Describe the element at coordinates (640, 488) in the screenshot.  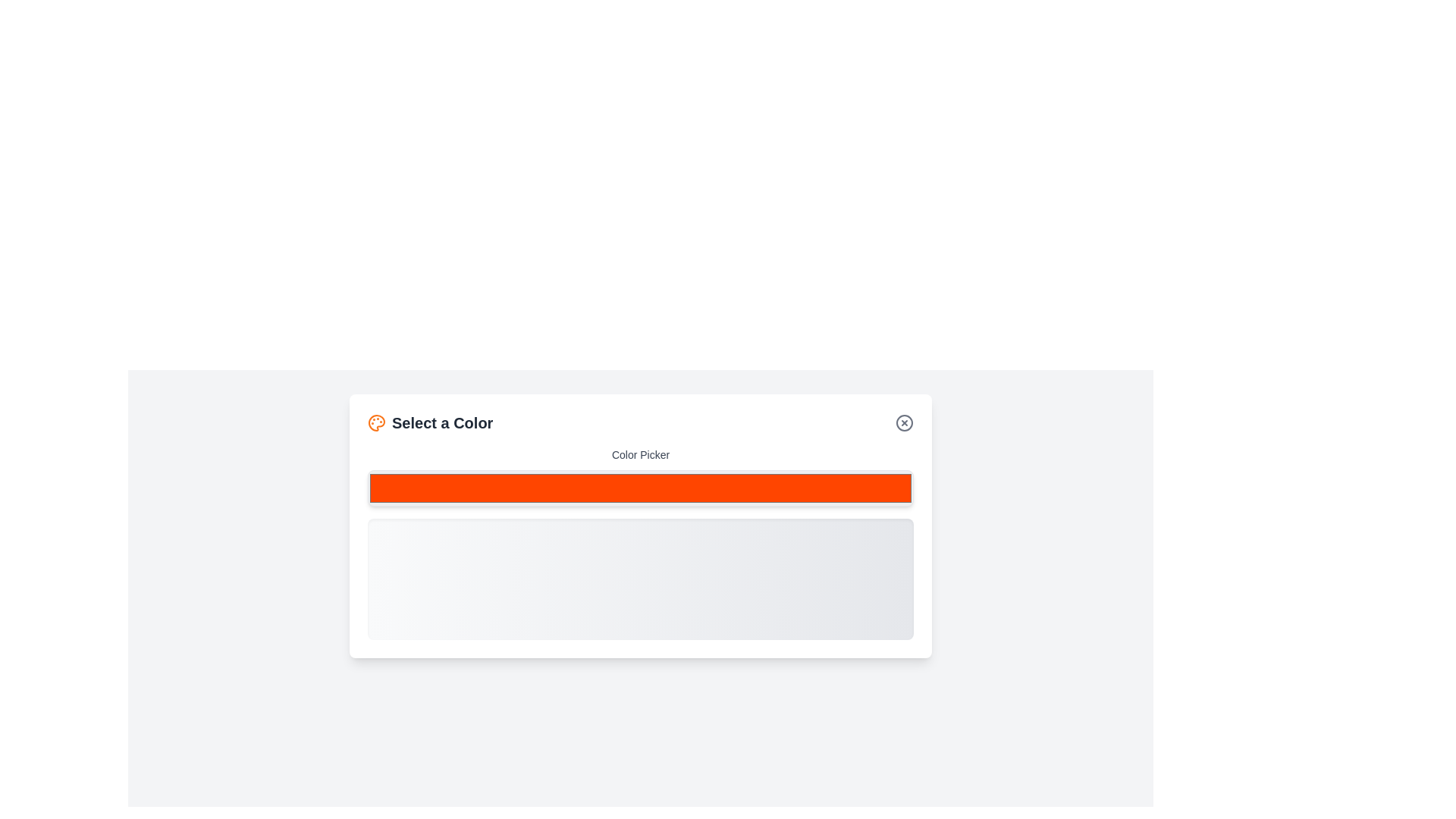
I see `the desired color 7466975 using the picker` at that location.